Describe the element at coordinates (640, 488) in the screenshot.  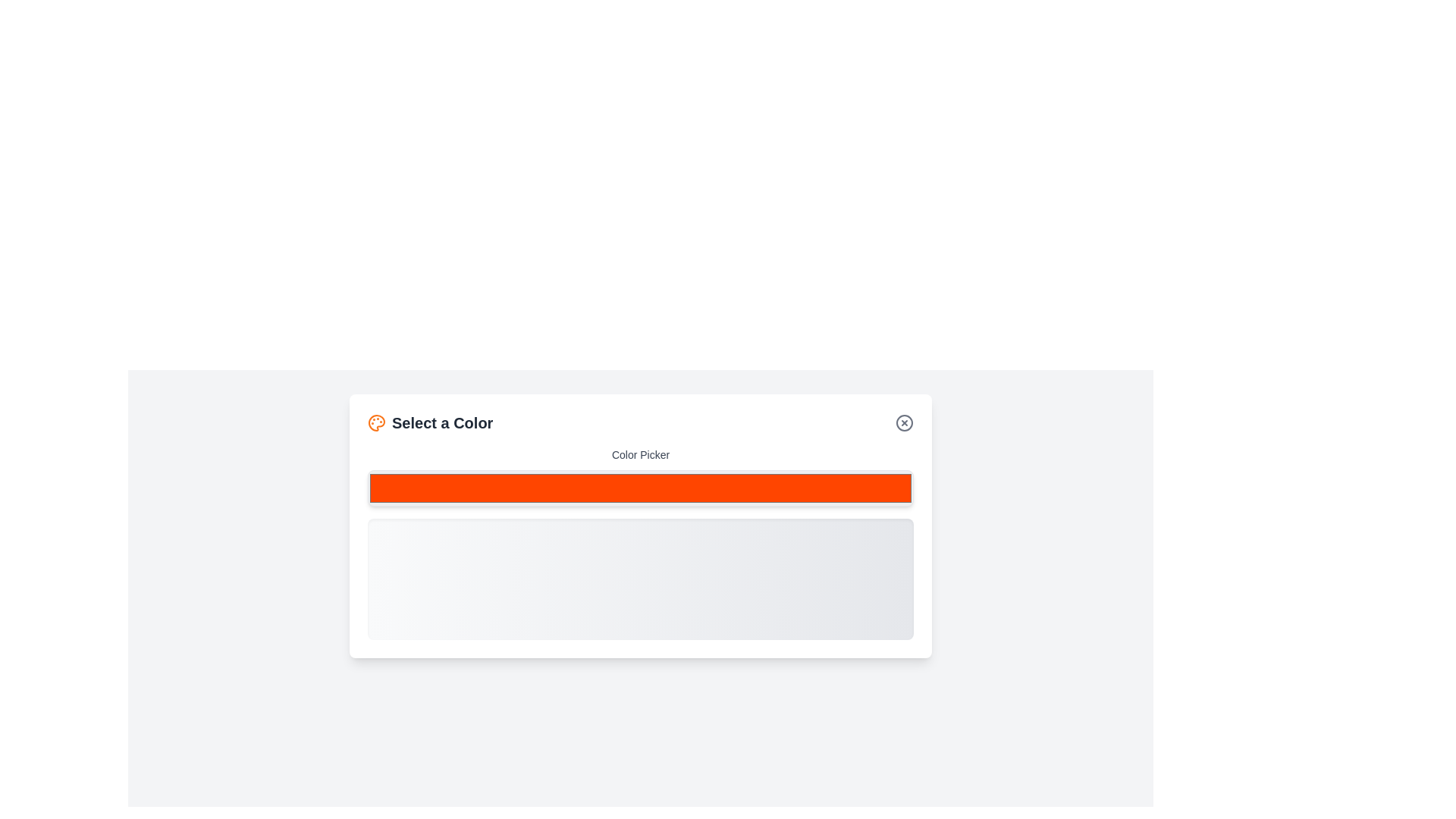
I see `the desired color 7466975 using the picker` at that location.